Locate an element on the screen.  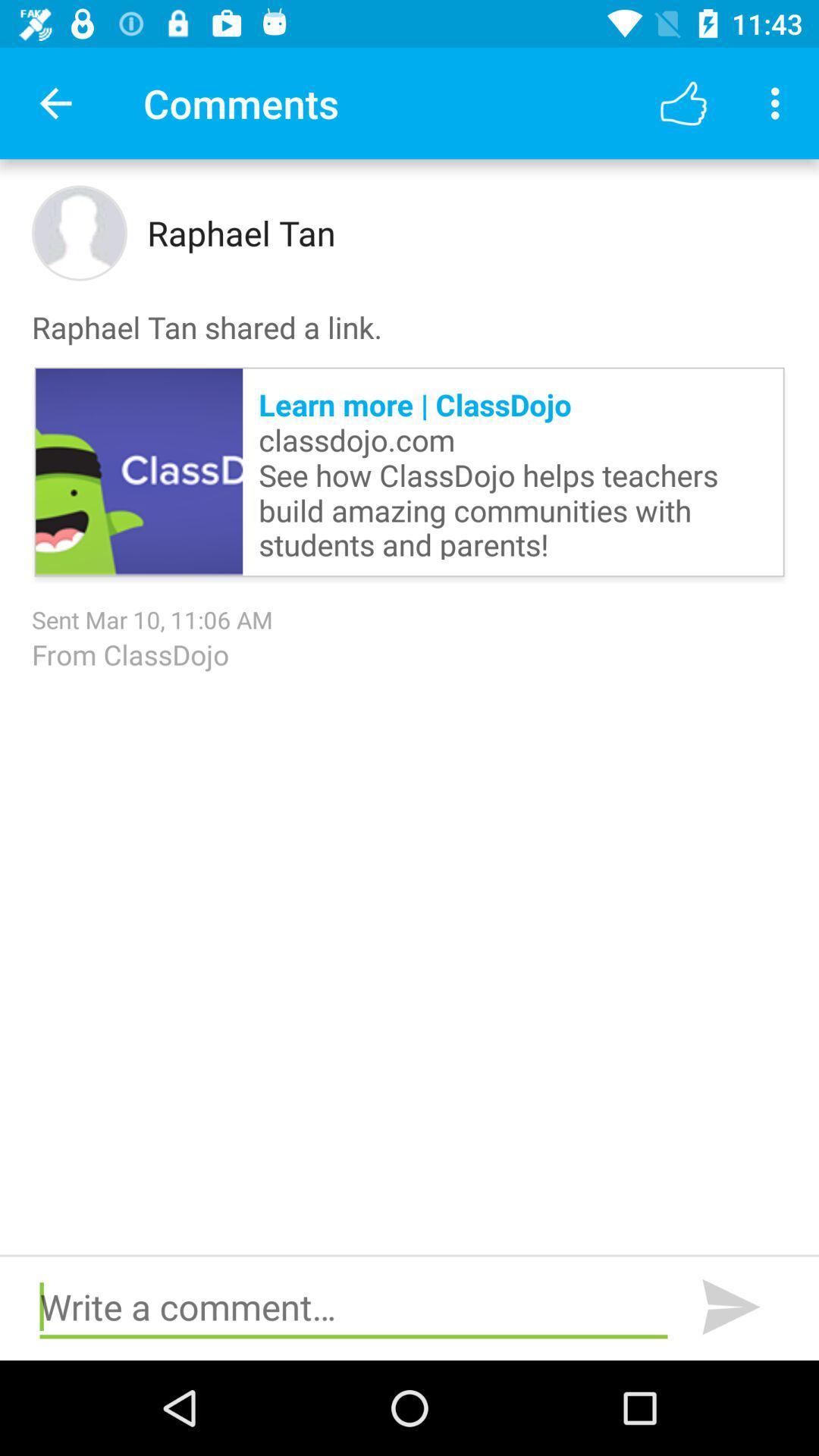
app next to comments icon is located at coordinates (683, 102).